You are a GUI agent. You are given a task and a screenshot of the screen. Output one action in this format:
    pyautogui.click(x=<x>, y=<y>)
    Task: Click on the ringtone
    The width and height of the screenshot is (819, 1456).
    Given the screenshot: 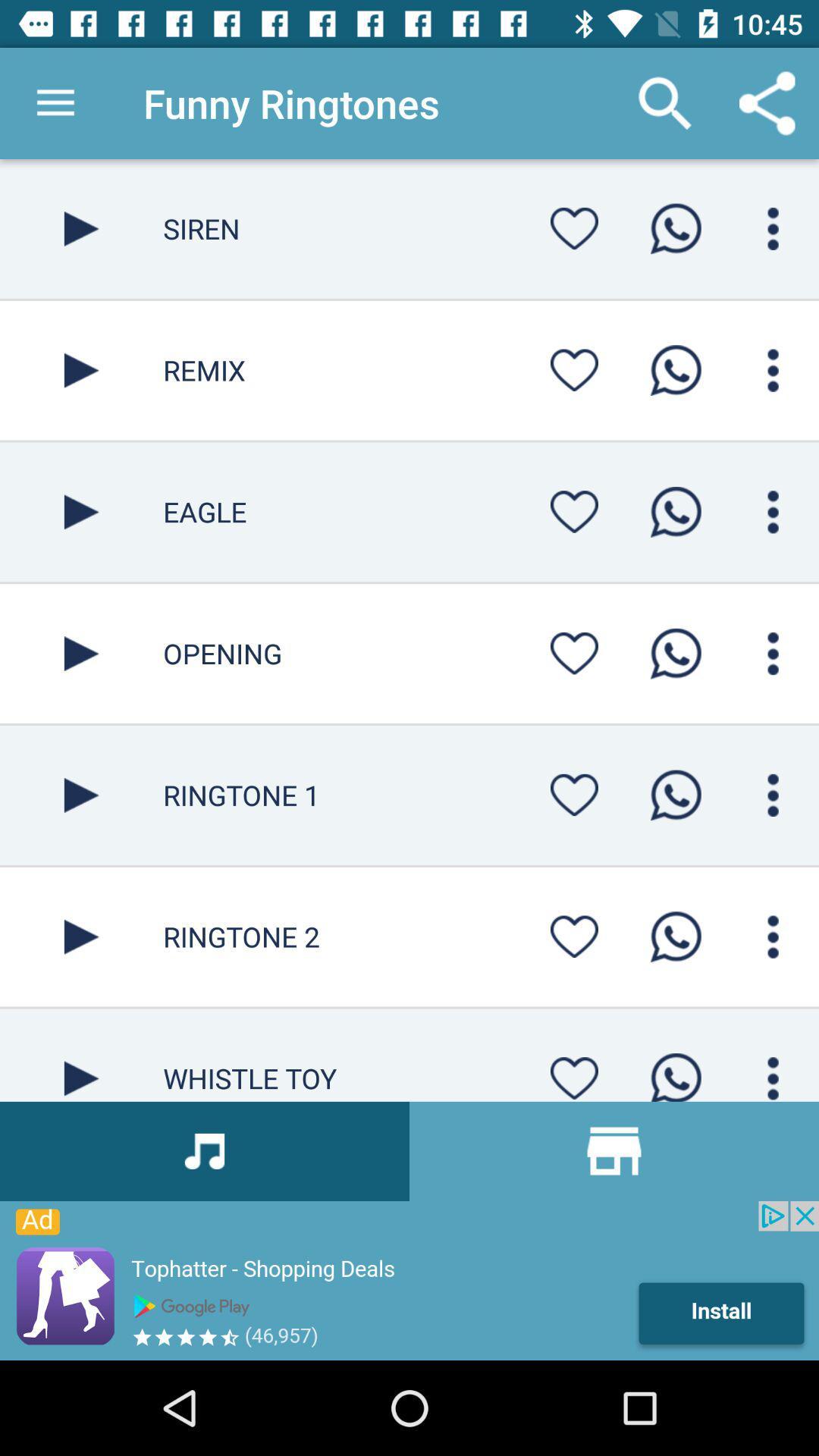 What is the action you would take?
    pyautogui.click(x=81, y=512)
    